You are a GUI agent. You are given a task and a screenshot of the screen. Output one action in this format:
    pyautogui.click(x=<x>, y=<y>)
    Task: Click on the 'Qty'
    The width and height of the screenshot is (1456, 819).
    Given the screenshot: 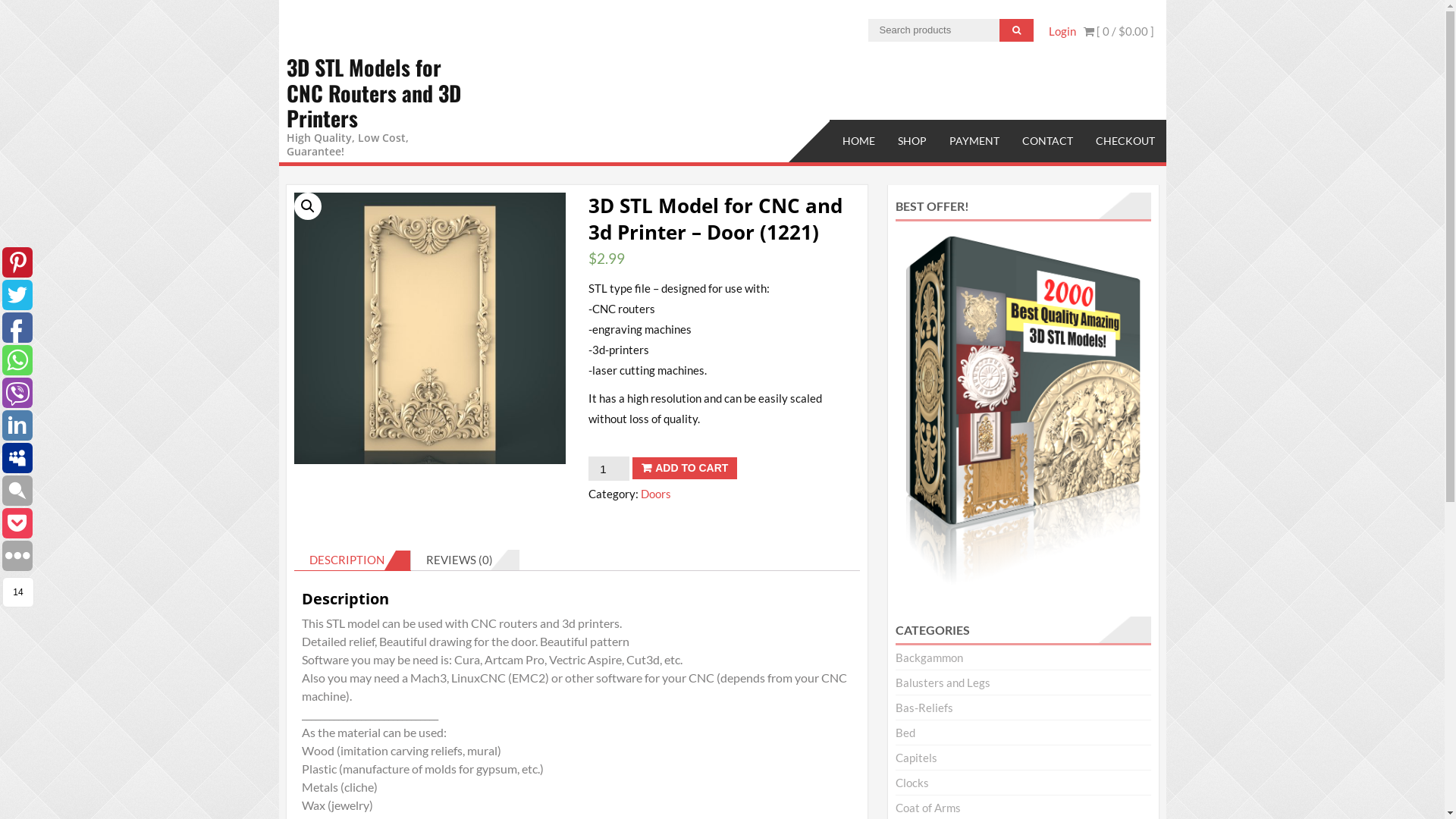 What is the action you would take?
    pyautogui.click(x=608, y=467)
    